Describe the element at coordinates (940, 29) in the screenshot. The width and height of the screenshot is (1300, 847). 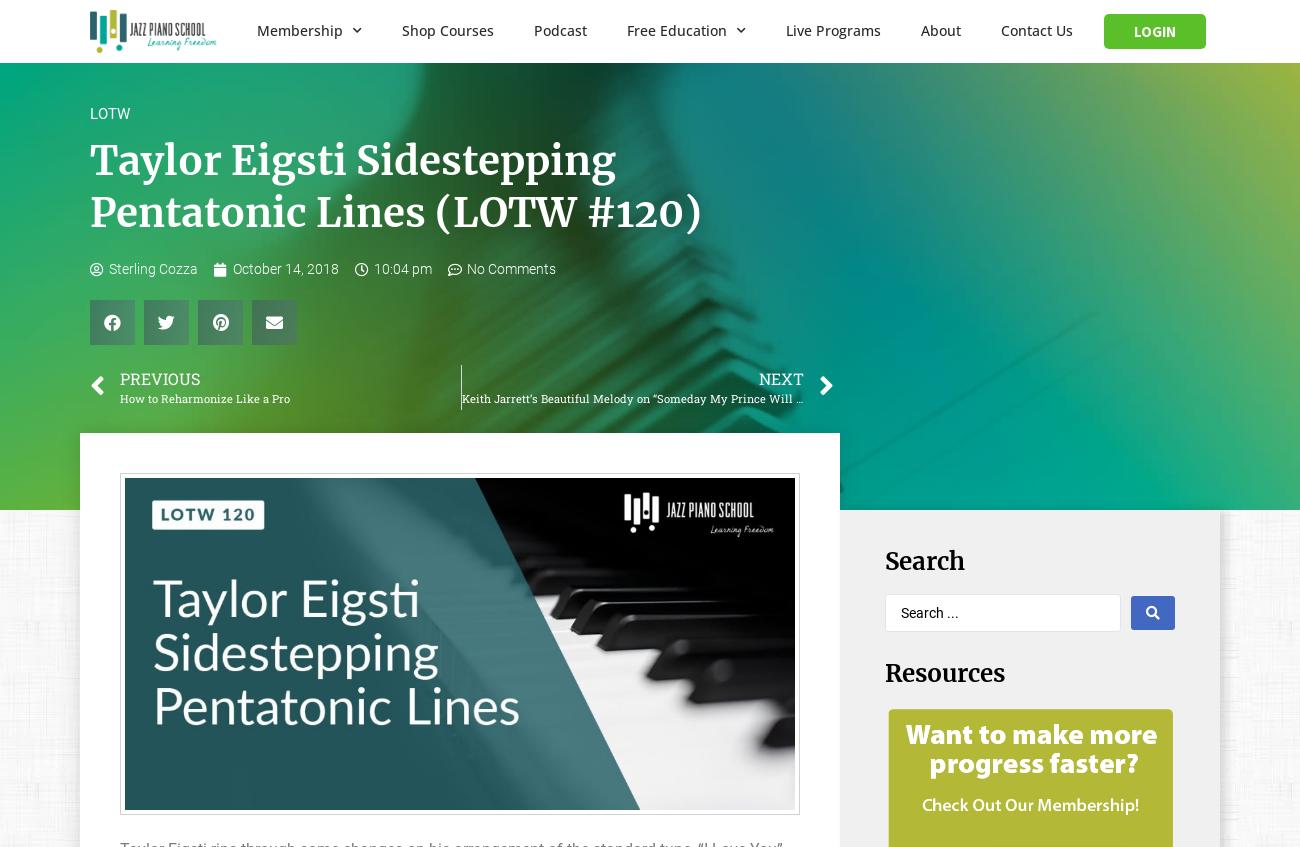
I see `'About'` at that location.